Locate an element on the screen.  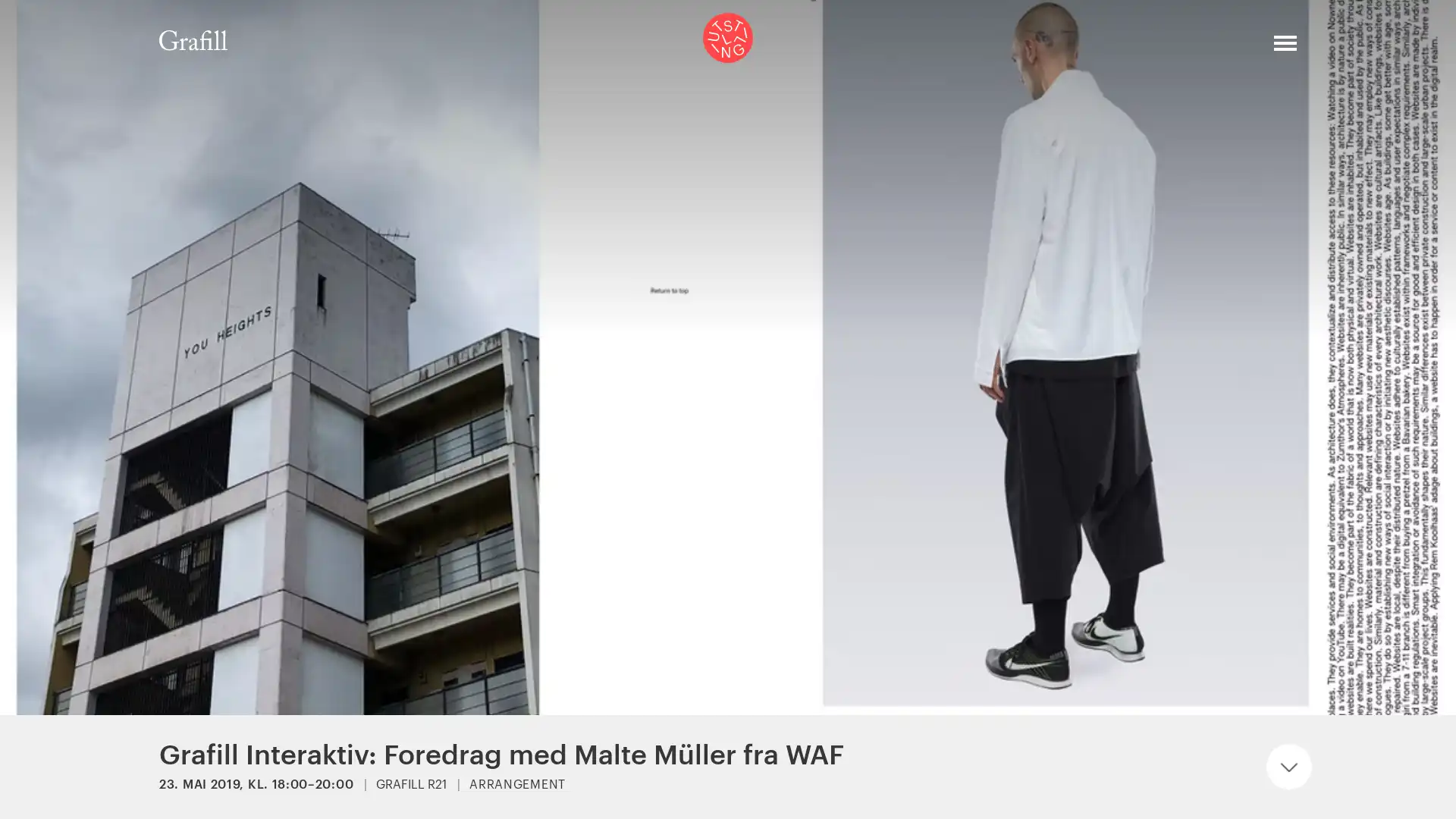
Sk is located at coordinates (1236, 49).